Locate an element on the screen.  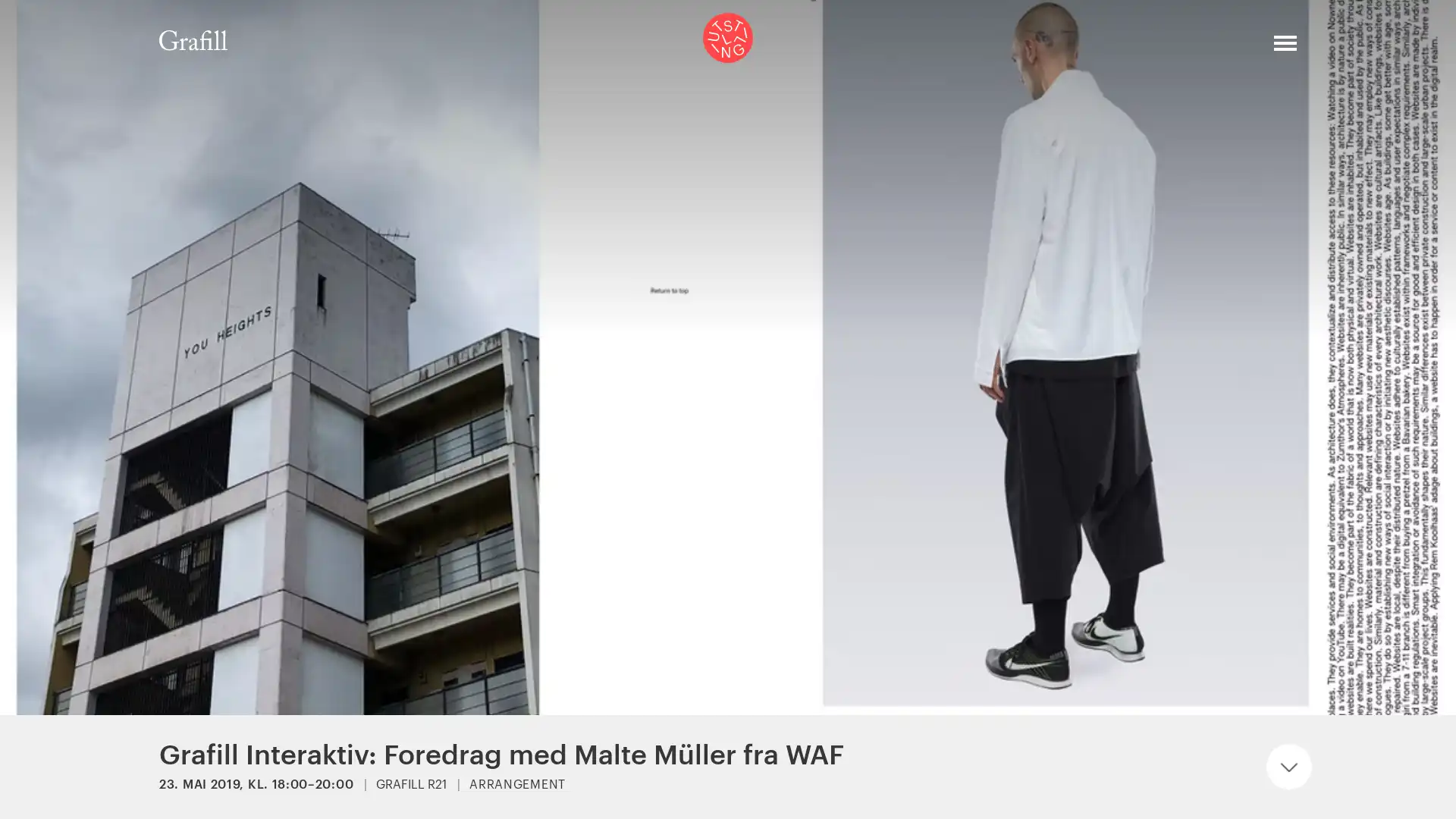
Sk is located at coordinates (1236, 49).